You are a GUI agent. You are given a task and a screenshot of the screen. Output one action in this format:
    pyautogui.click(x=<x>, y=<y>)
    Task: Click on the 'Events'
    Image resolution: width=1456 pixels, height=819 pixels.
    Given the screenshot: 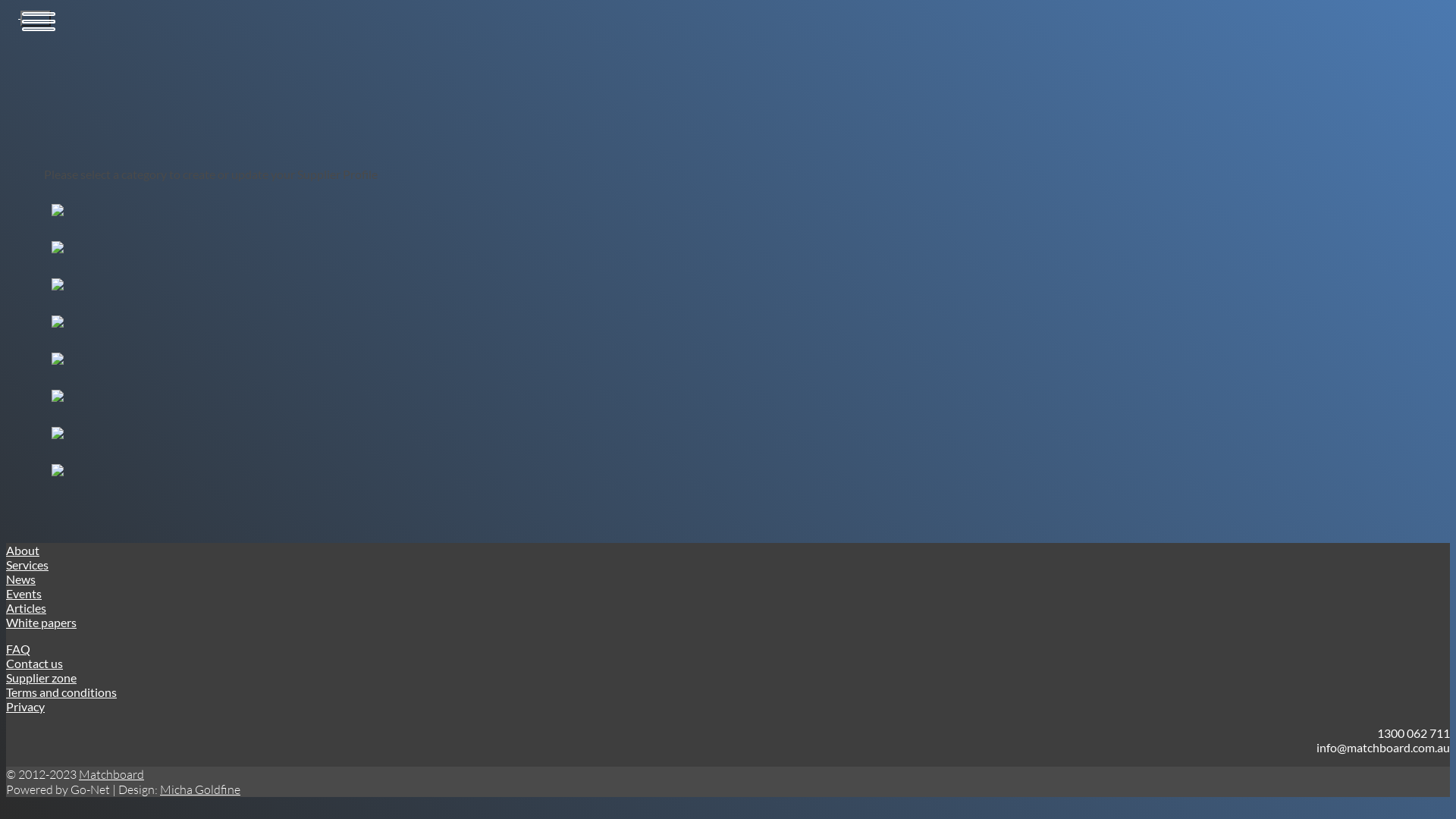 What is the action you would take?
    pyautogui.click(x=6, y=592)
    